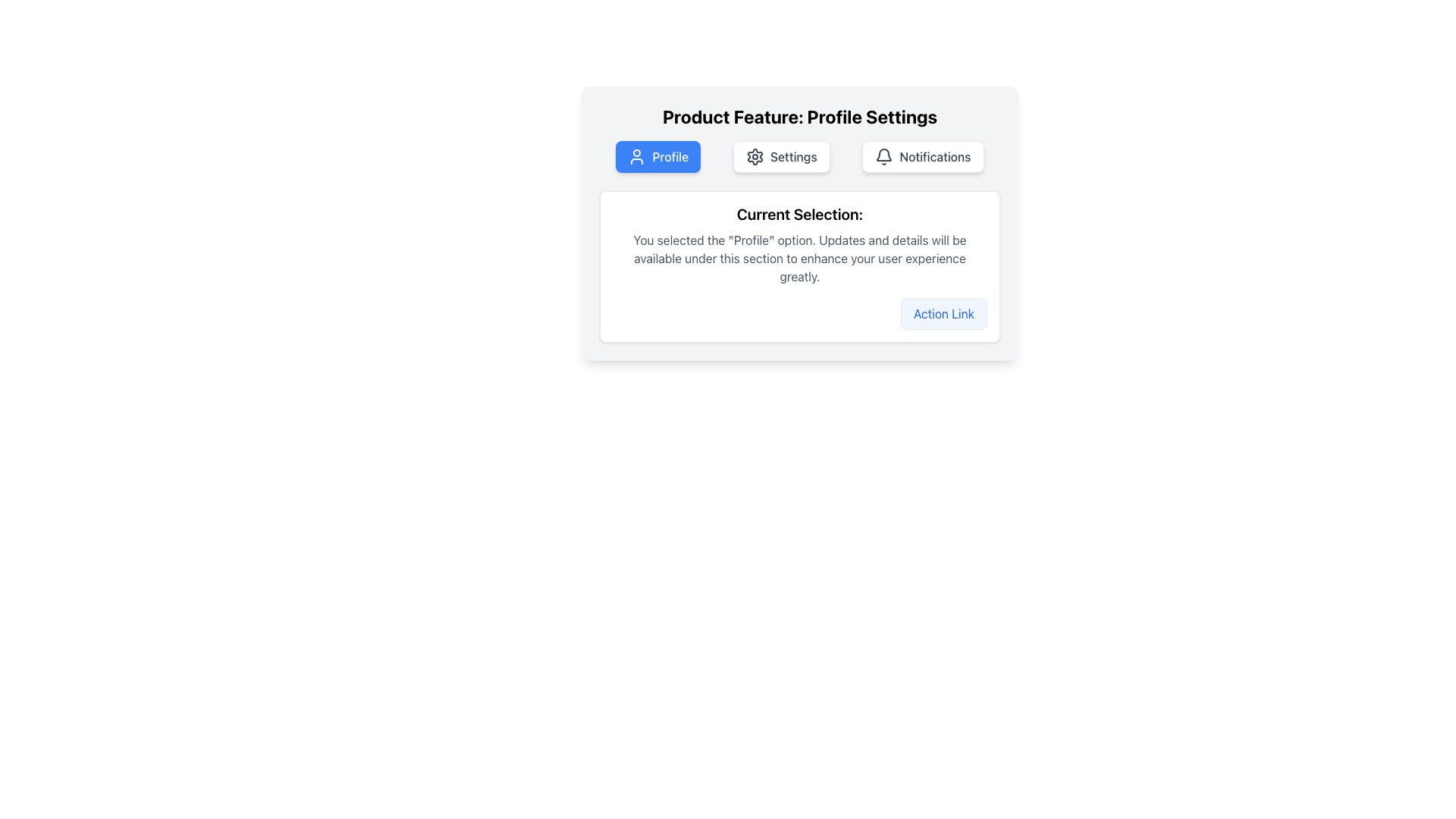 The image size is (1456, 819). I want to click on the rectangular button labeled 'Profile' with a blue background and white text, located on the top-left side of the group of three buttons, so click(658, 157).